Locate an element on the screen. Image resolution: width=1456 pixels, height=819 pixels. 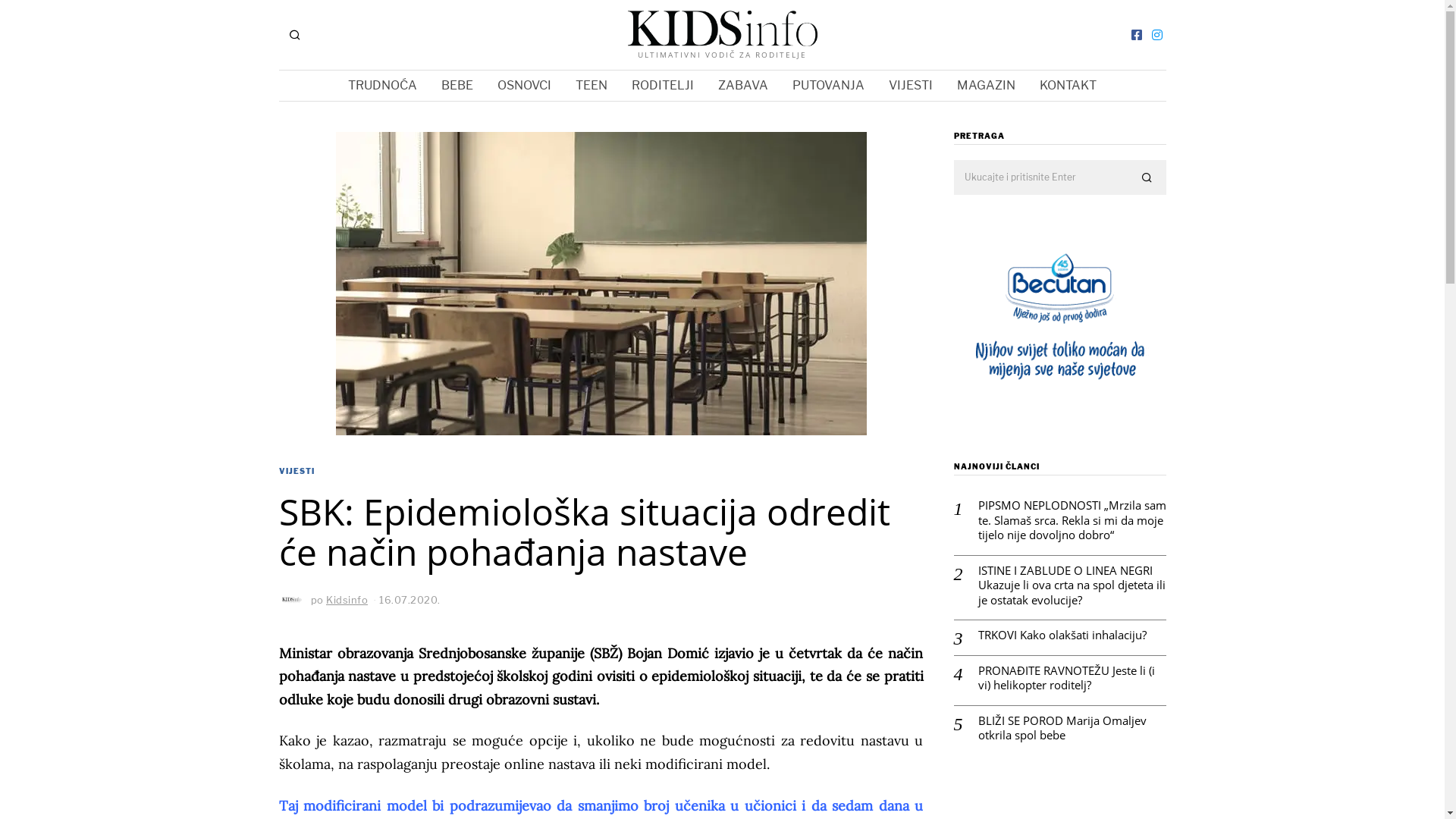
'TEEN' is located at coordinates (590, 85).